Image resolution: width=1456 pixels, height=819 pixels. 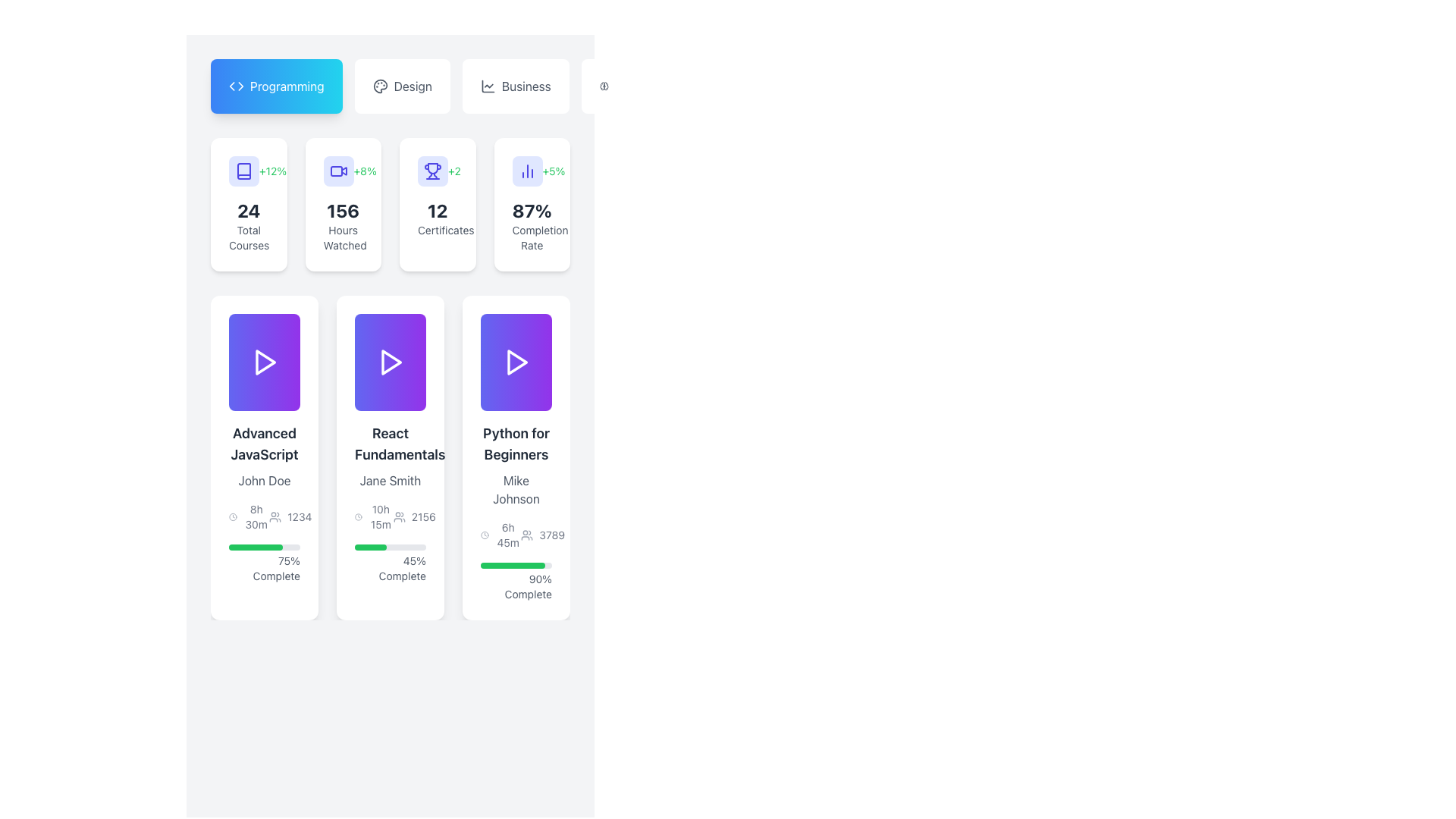 I want to click on the progress information of the '45% Complete' text label located at the bottom of the 'React Fundamentals' card, which is the second card from the left in the grid, so click(x=390, y=564).